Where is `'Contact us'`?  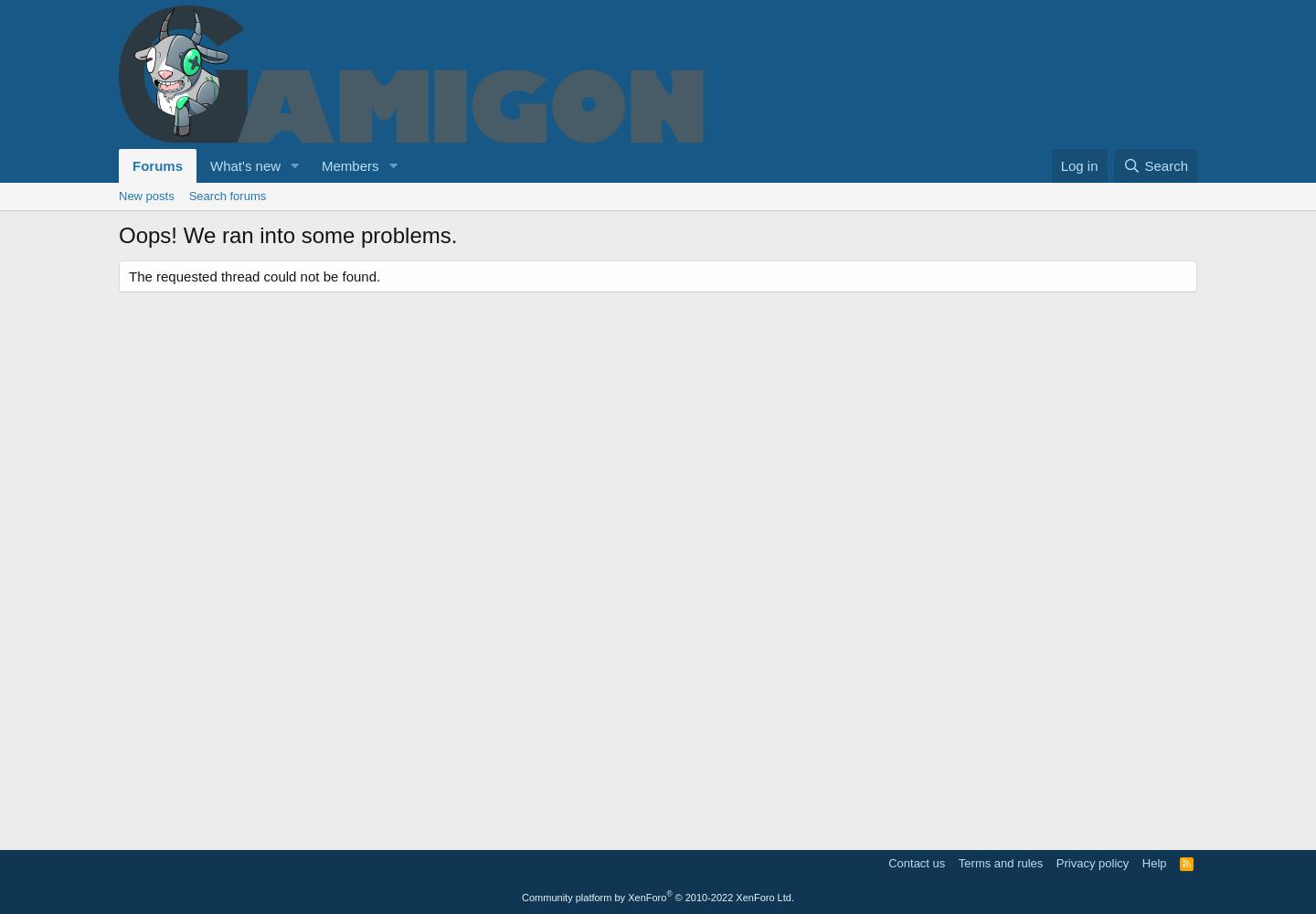
'Contact us' is located at coordinates (915, 862).